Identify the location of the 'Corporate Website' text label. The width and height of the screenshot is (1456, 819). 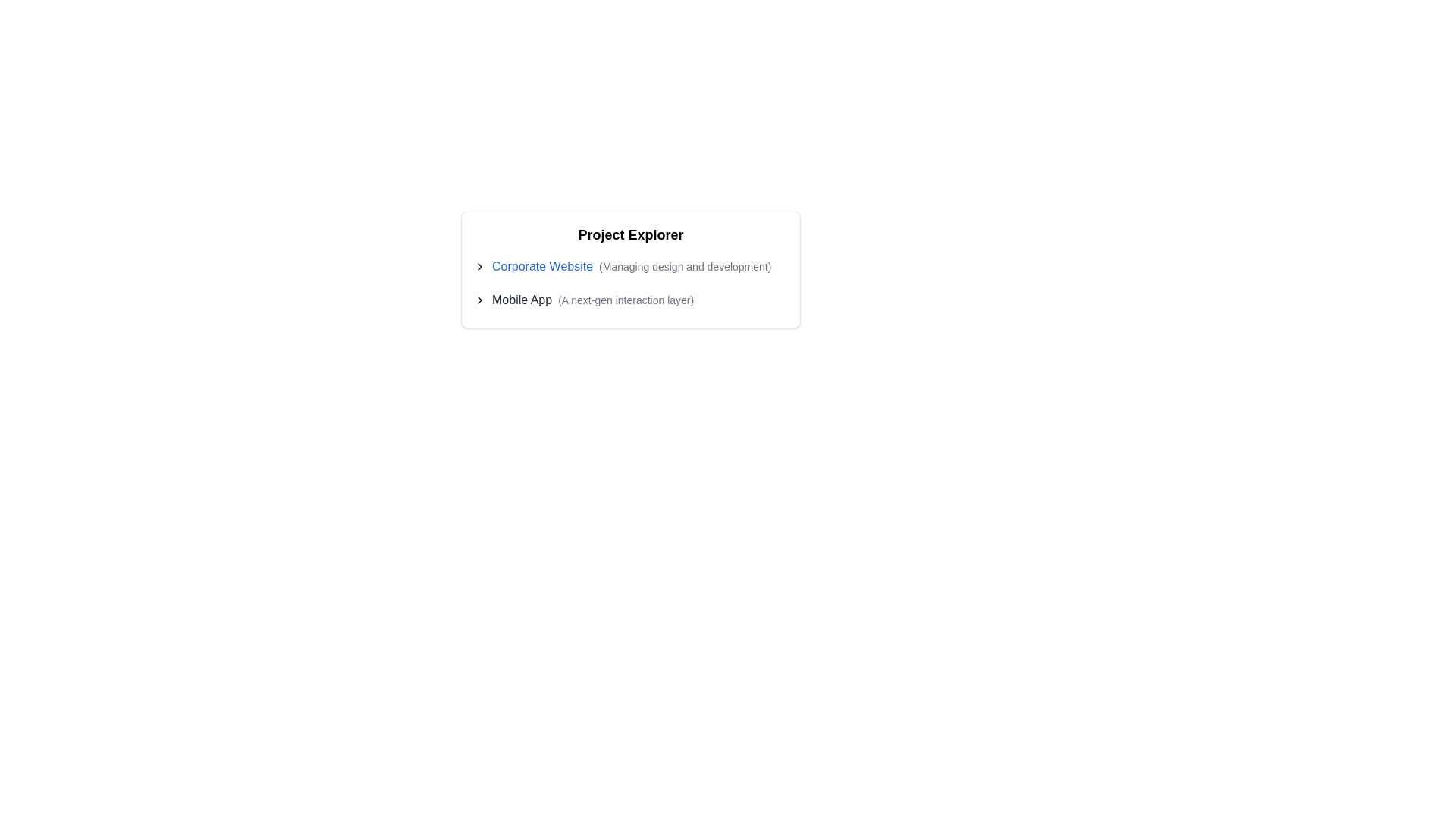
(542, 265).